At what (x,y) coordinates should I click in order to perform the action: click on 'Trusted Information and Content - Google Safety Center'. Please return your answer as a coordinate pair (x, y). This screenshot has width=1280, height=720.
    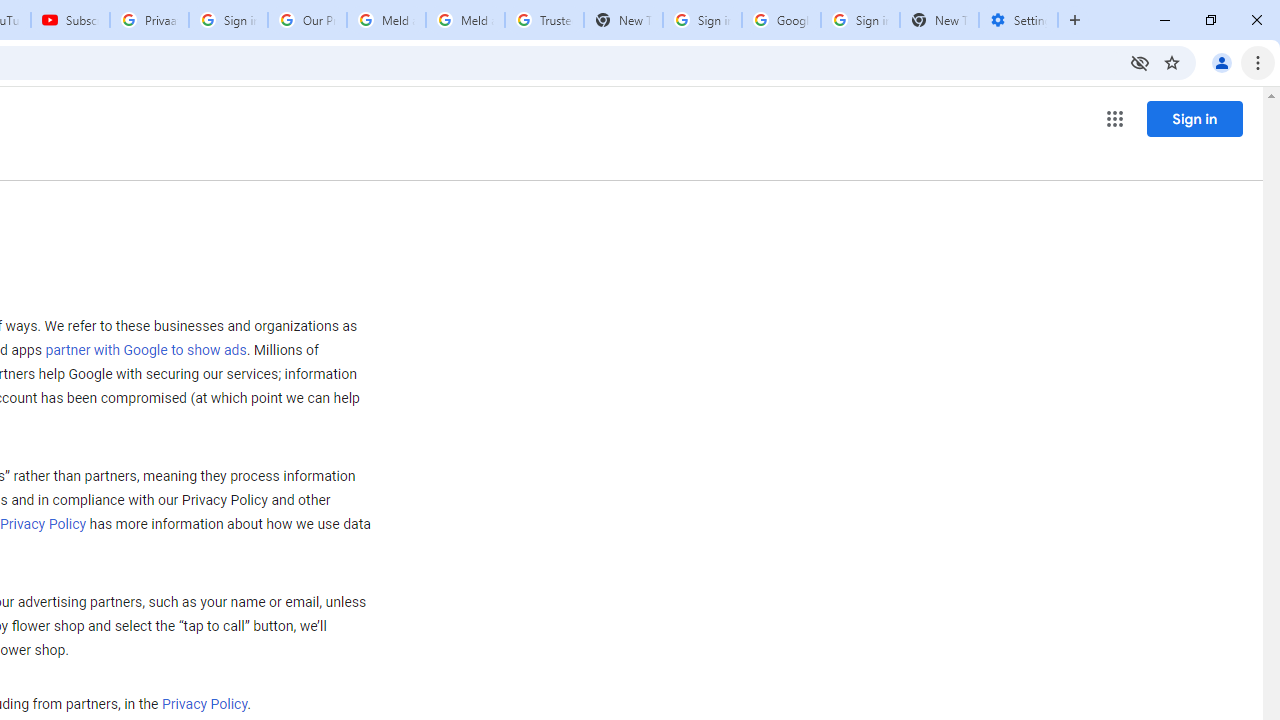
    Looking at the image, I should click on (544, 20).